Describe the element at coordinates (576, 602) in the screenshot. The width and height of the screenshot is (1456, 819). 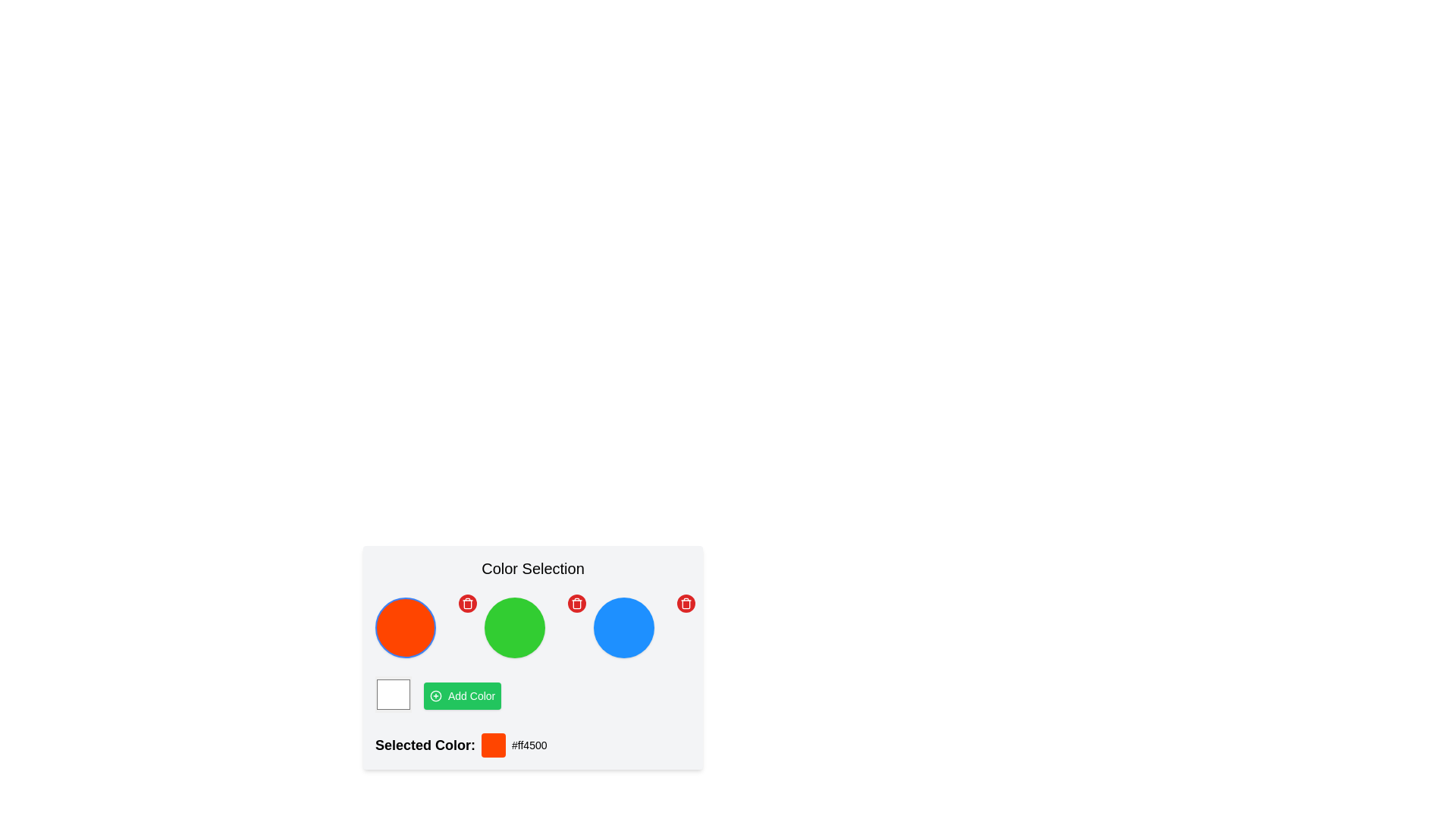
I see `the trash can icon button located in the top-right area, which signifies a delete functionality, to initiate deletion` at that location.